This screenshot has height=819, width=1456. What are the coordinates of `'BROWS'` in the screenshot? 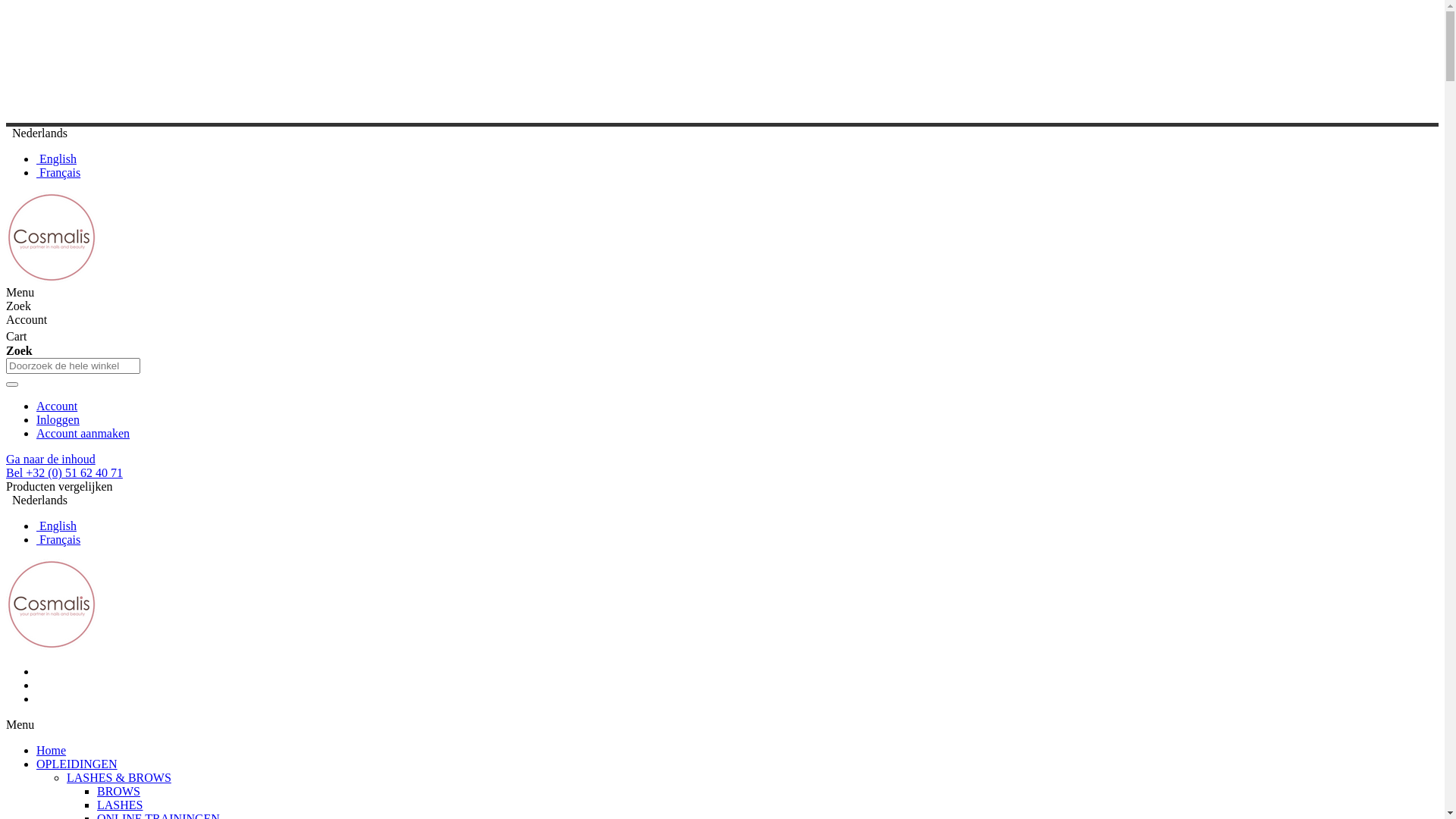 It's located at (118, 790).